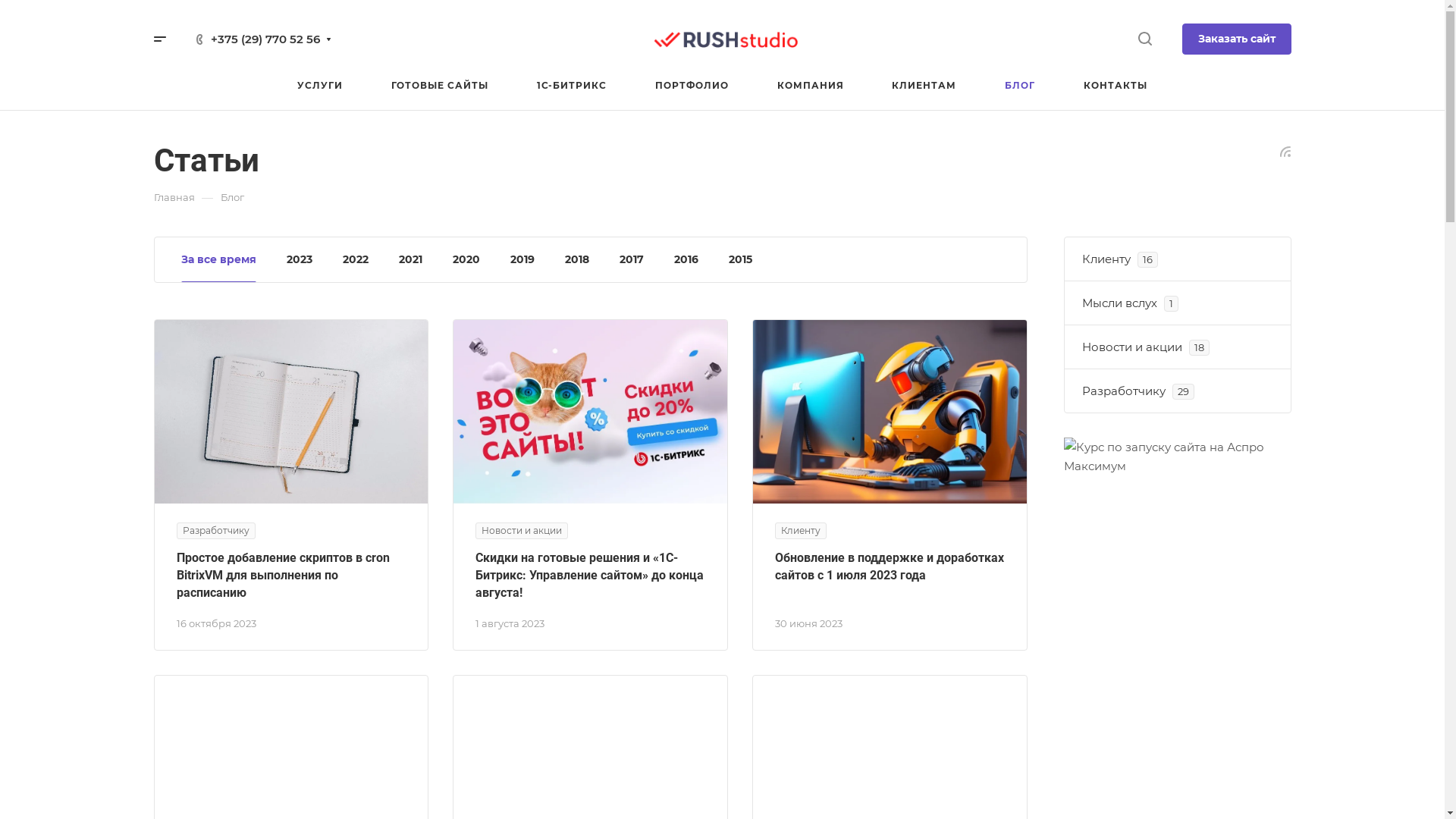 The width and height of the screenshot is (1456, 819). Describe the element at coordinates (603, 259) in the screenshot. I see `'2017'` at that location.